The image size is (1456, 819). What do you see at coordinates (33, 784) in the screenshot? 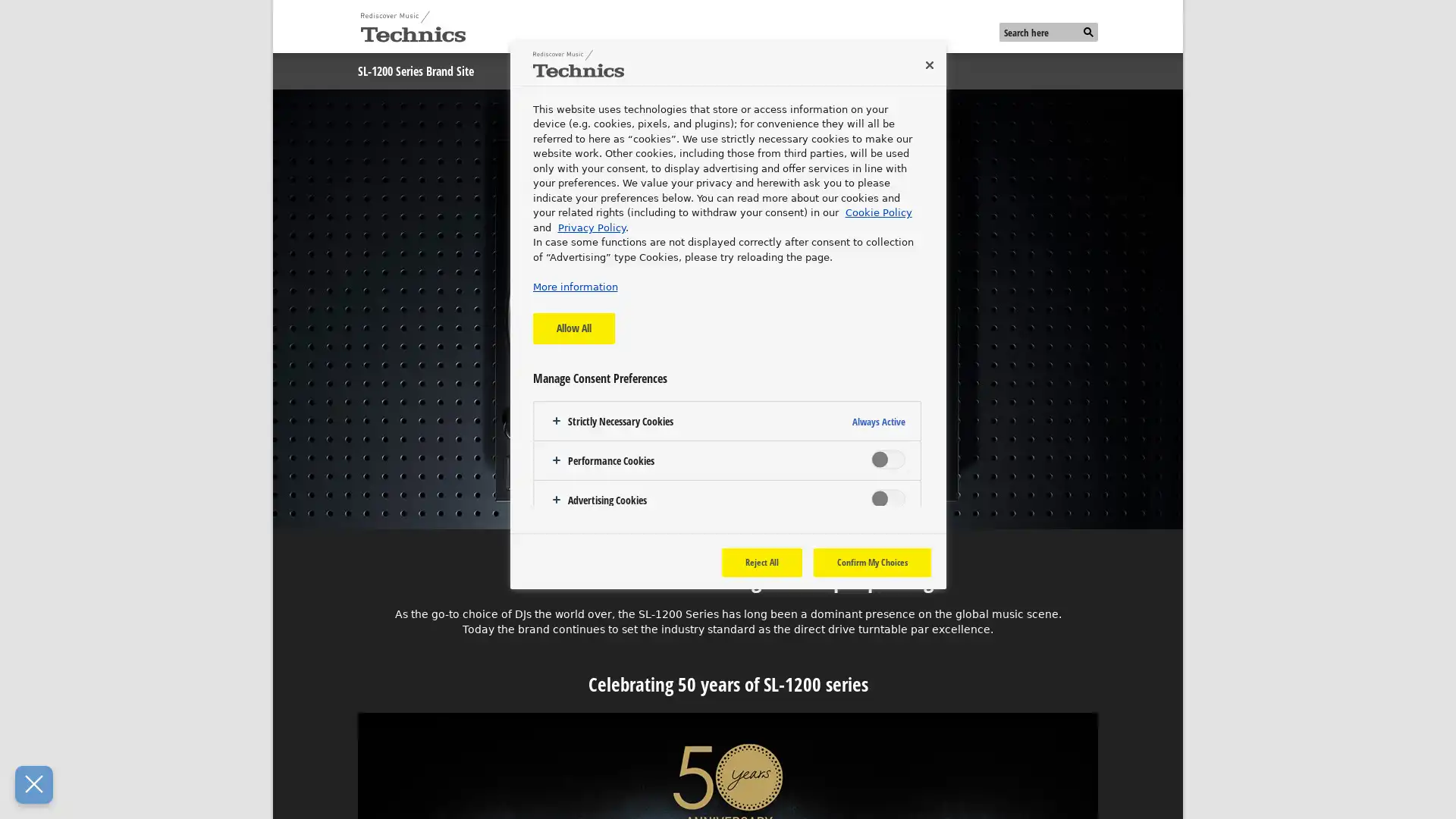
I see `Open Preferences` at bounding box center [33, 784].